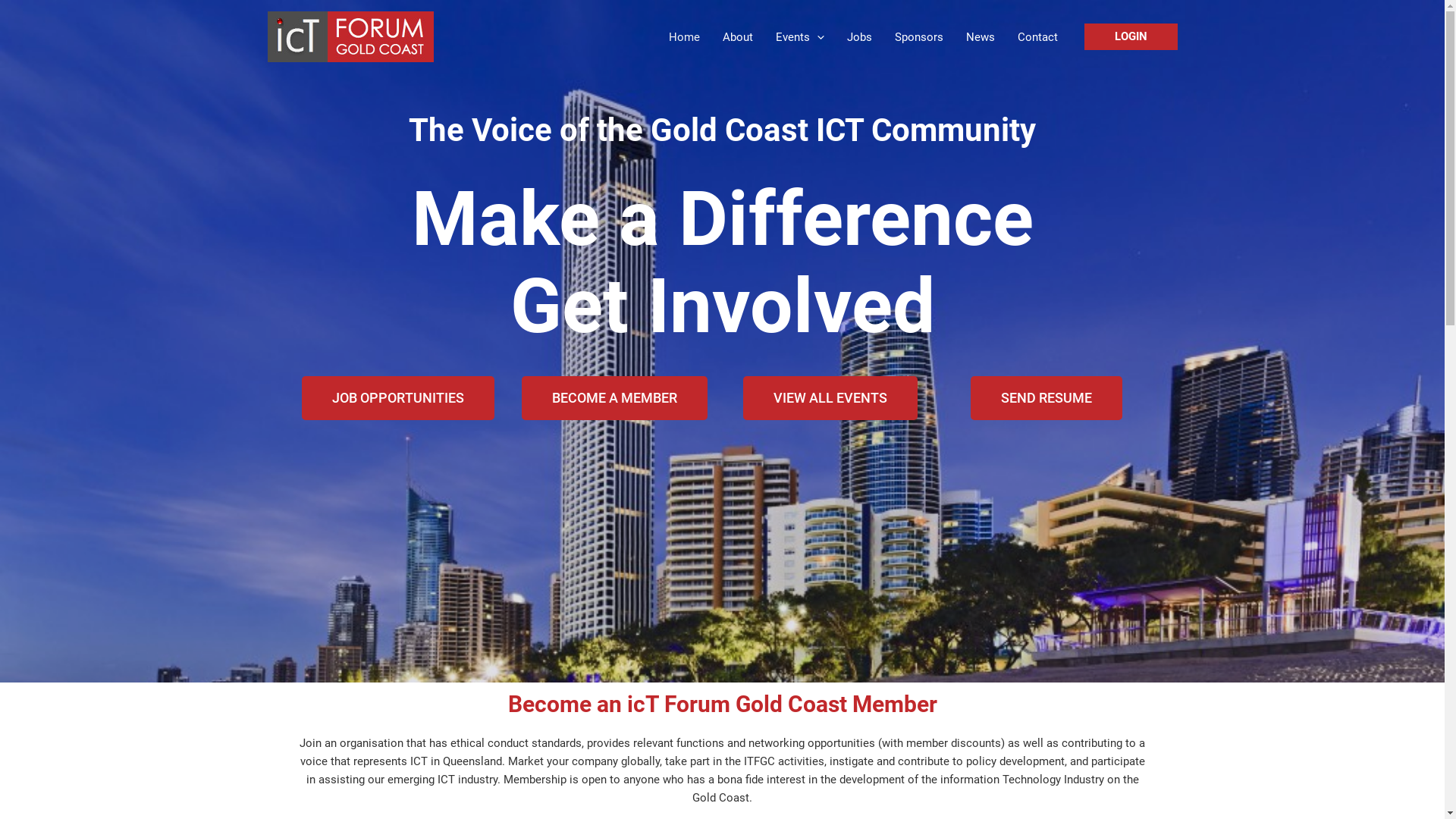  Describe the element at coordinates (397, 397) in the screenshot. I see `'JOB OPPORTUNITIES'` at that location.